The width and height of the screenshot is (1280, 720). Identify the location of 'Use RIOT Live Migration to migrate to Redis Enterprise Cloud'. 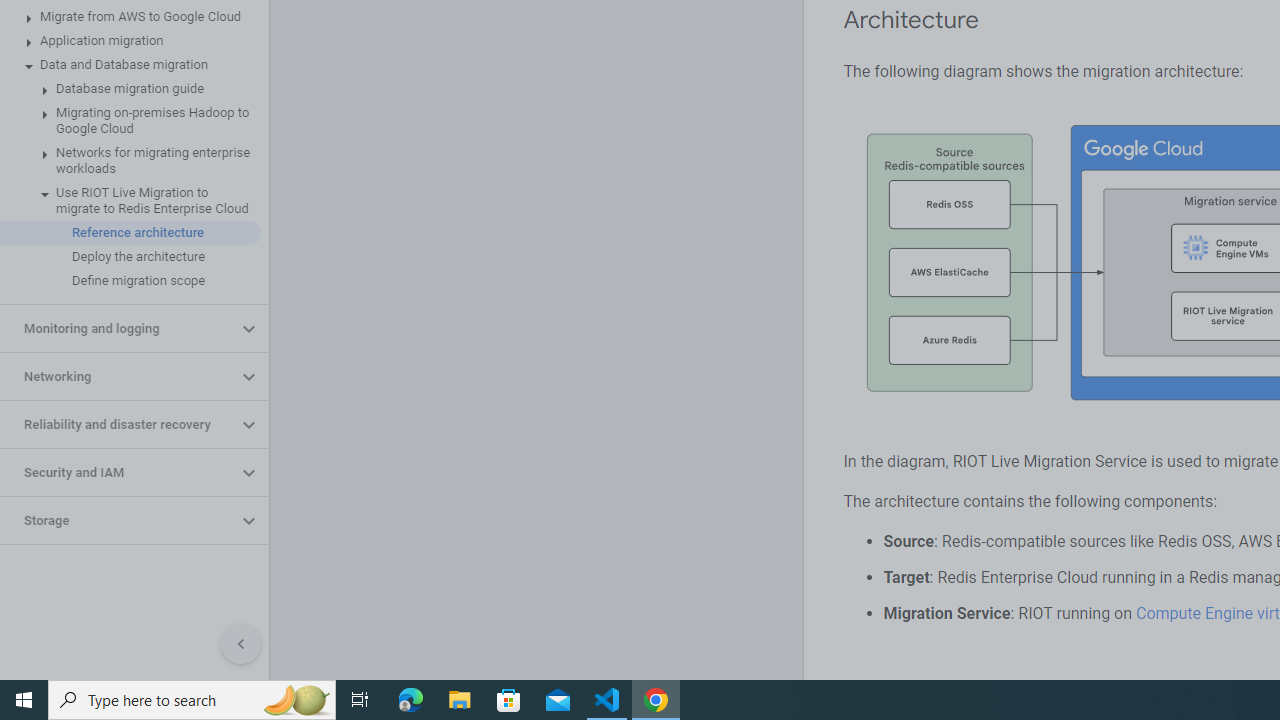
(129, 200).